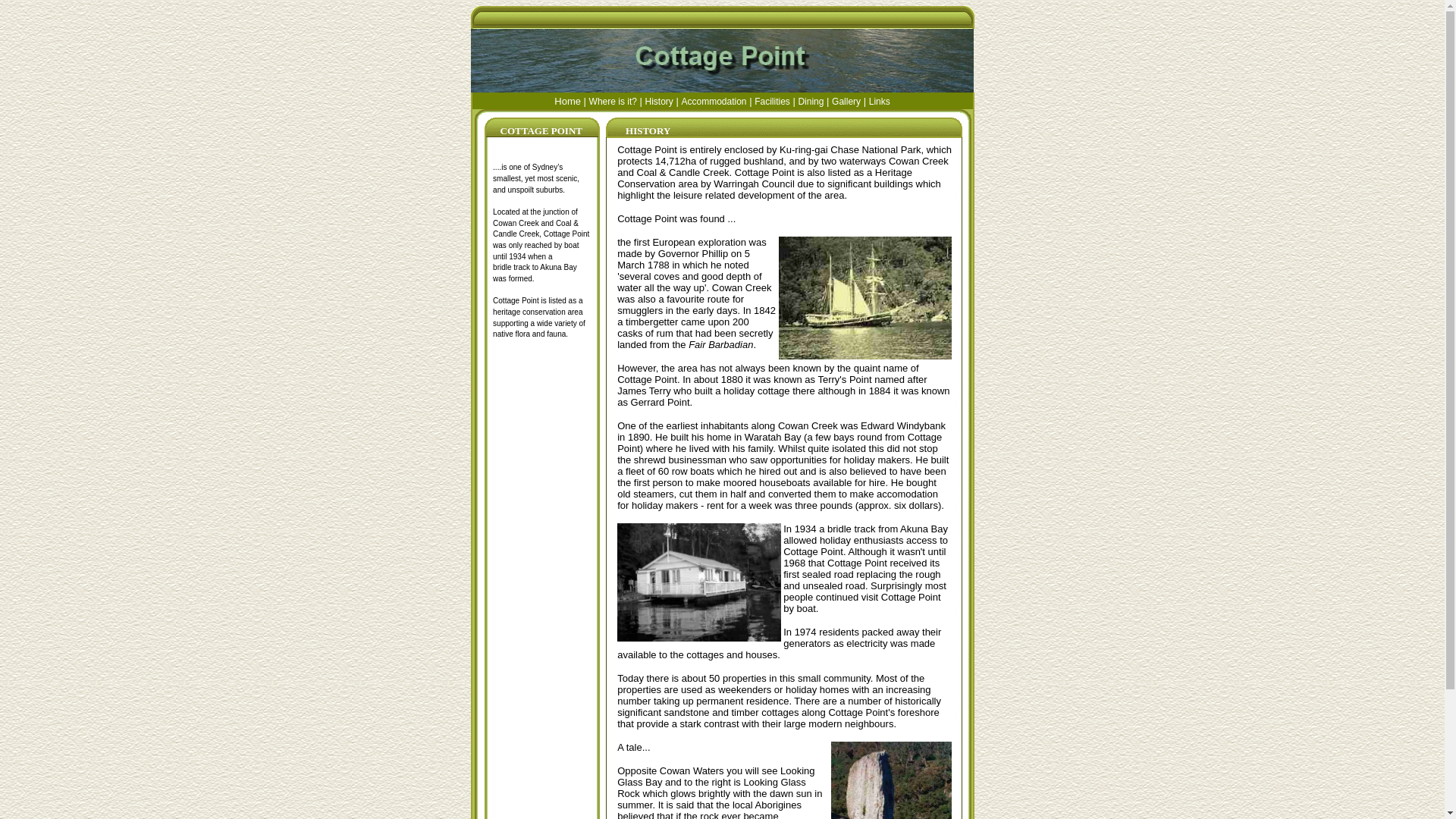 The height and width of the screenshot is (819, 1456). I want to click on 'Facilities', so click(772, 100).